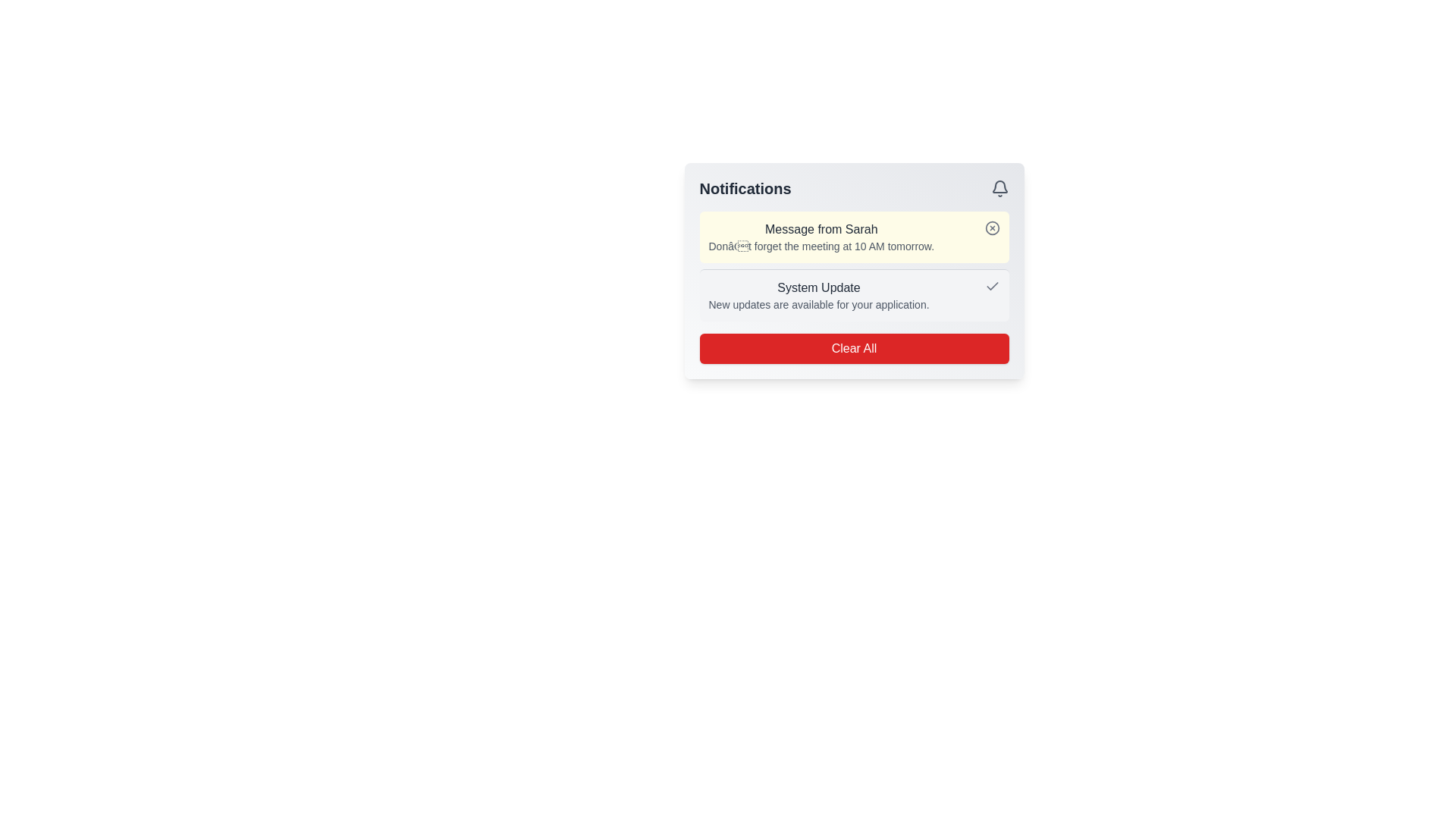 The height and width of the screenshot is (819, 1456). Describe the element at coordinates (821, 245) in the screenshot. I see `information displayed in the text label that reads 'Don’t forget the meeting at 10 AM tomorrow.', which is located under the heading 'Message from Sarah'` at that location.